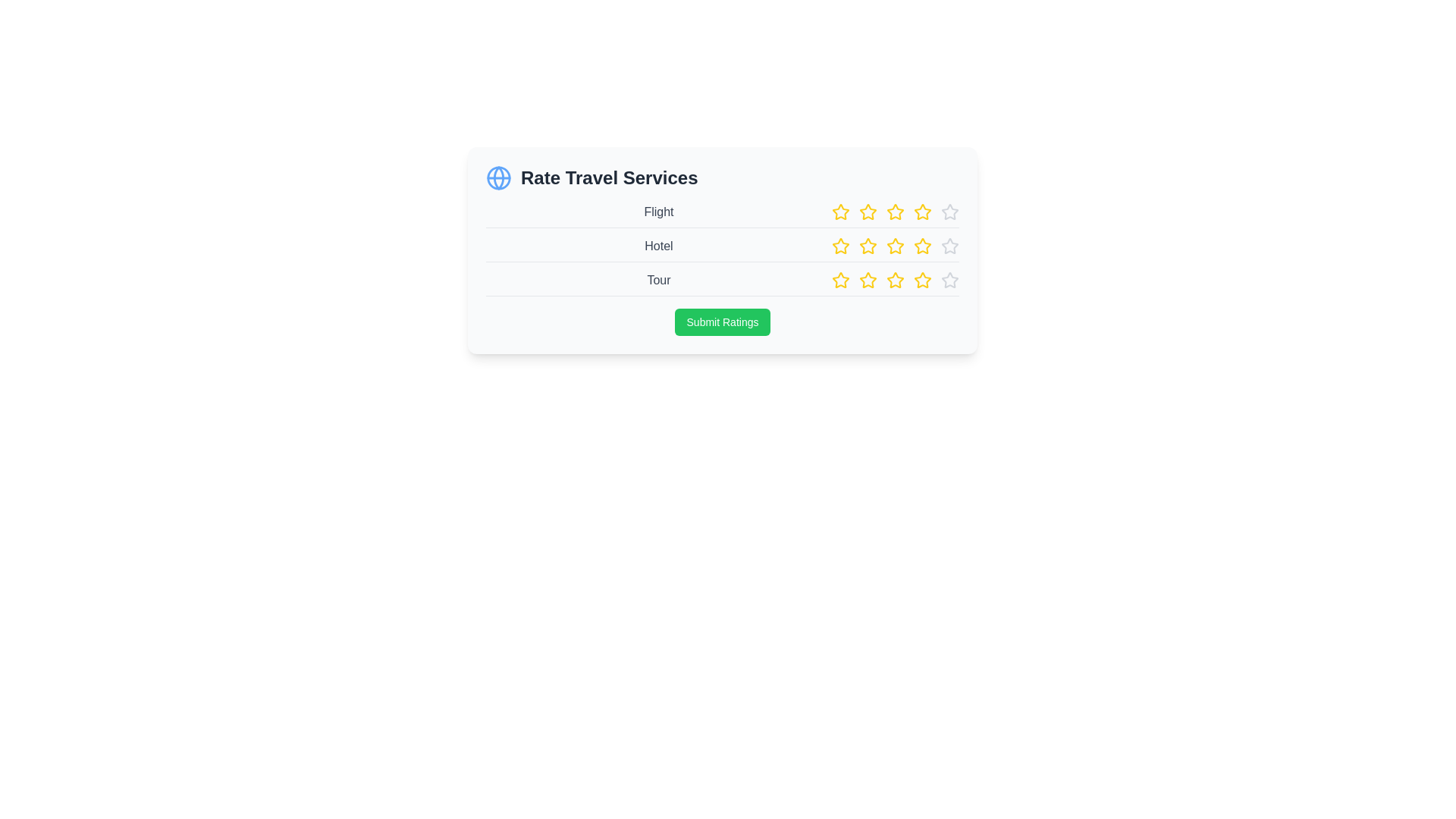  Describe the element at coordinates (498, 177) in the screenshot. I see `the middle curved line of the globe-like icon, which is styled with a blue stroke, located to the left of the 'Rate Travel Services' heading` at that location.